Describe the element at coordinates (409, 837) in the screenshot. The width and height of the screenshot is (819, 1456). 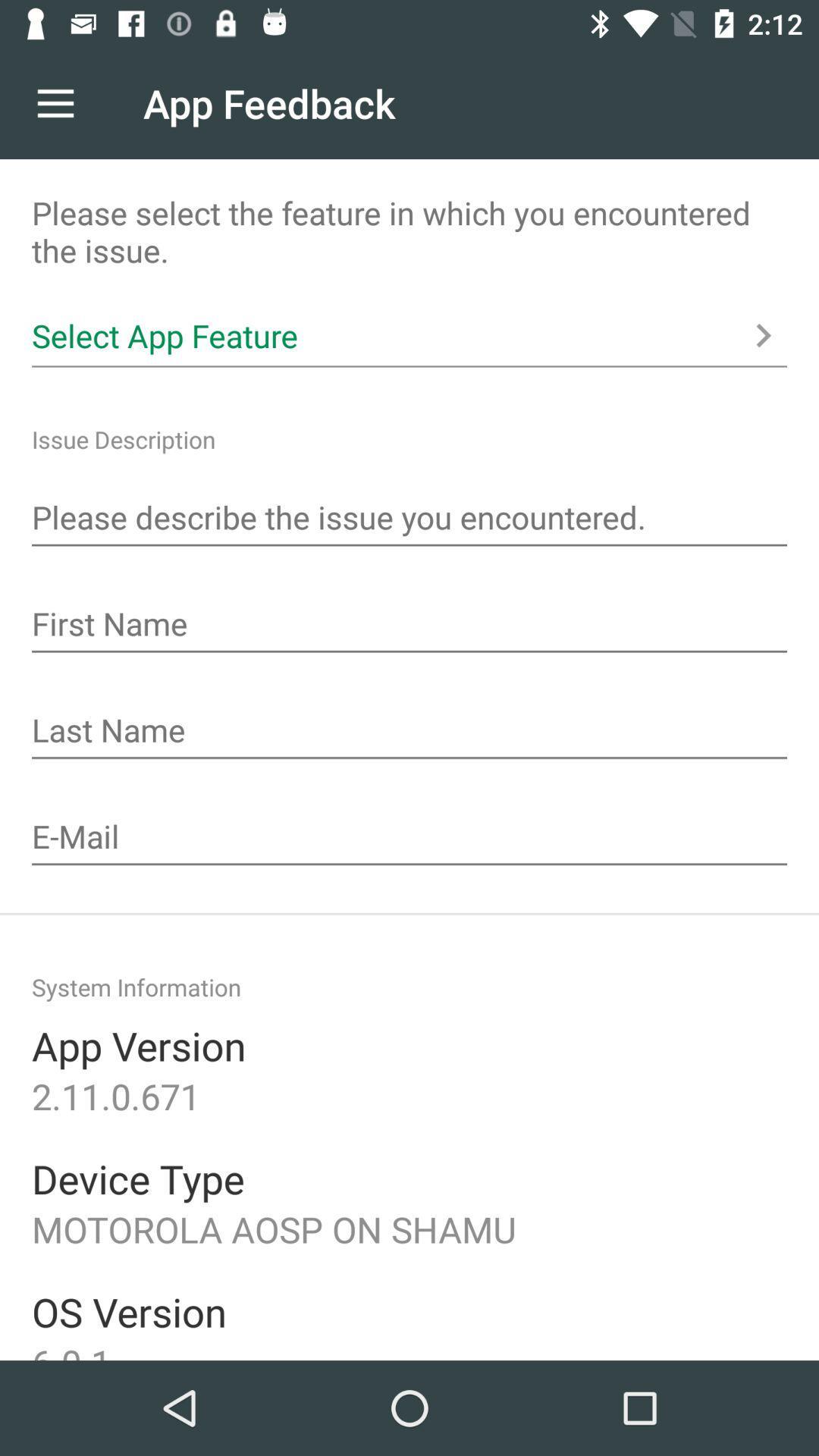
I see `input e-mail address` at that location.